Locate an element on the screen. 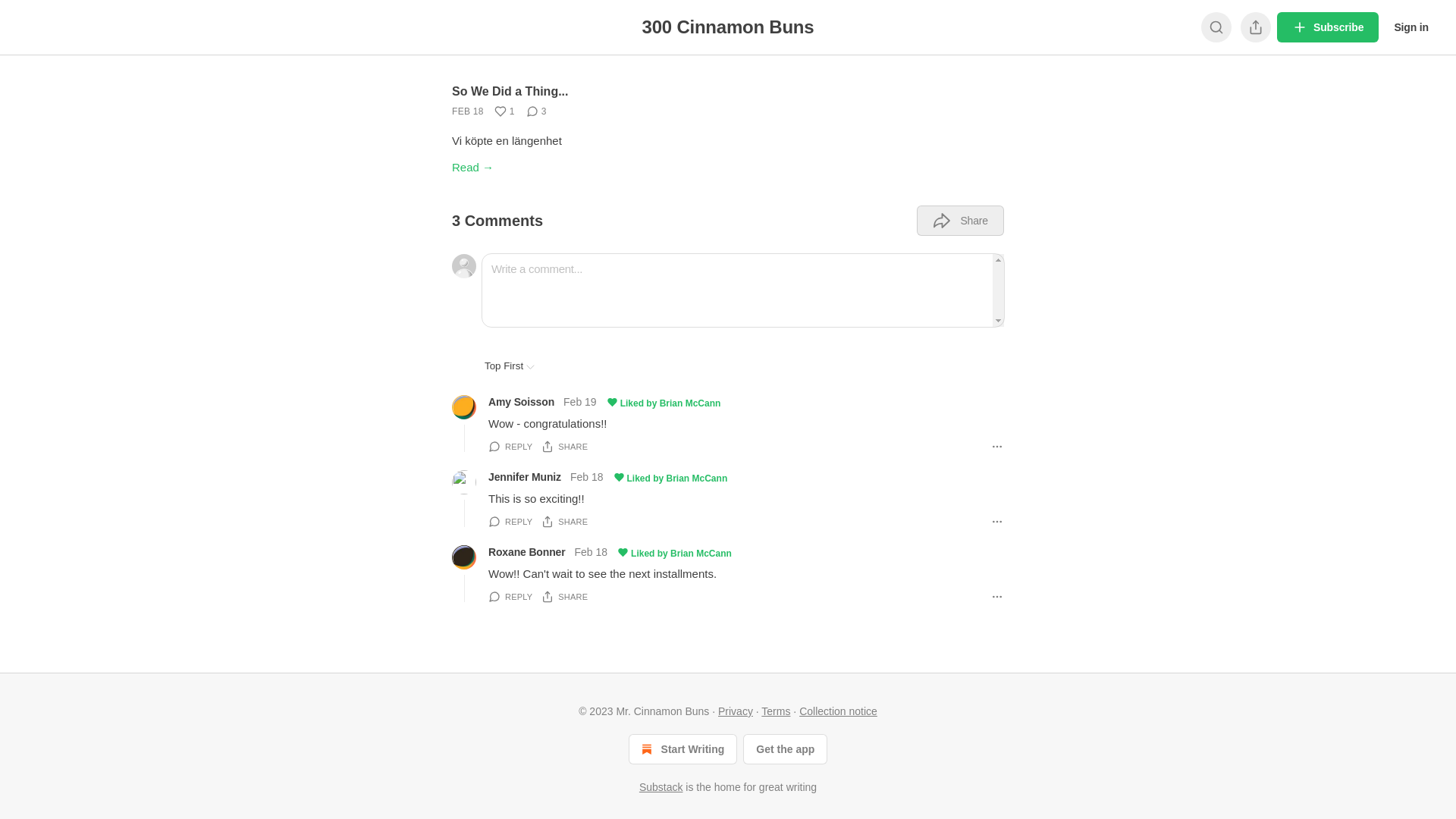  'Top First' is located at coordinates (510, 366).